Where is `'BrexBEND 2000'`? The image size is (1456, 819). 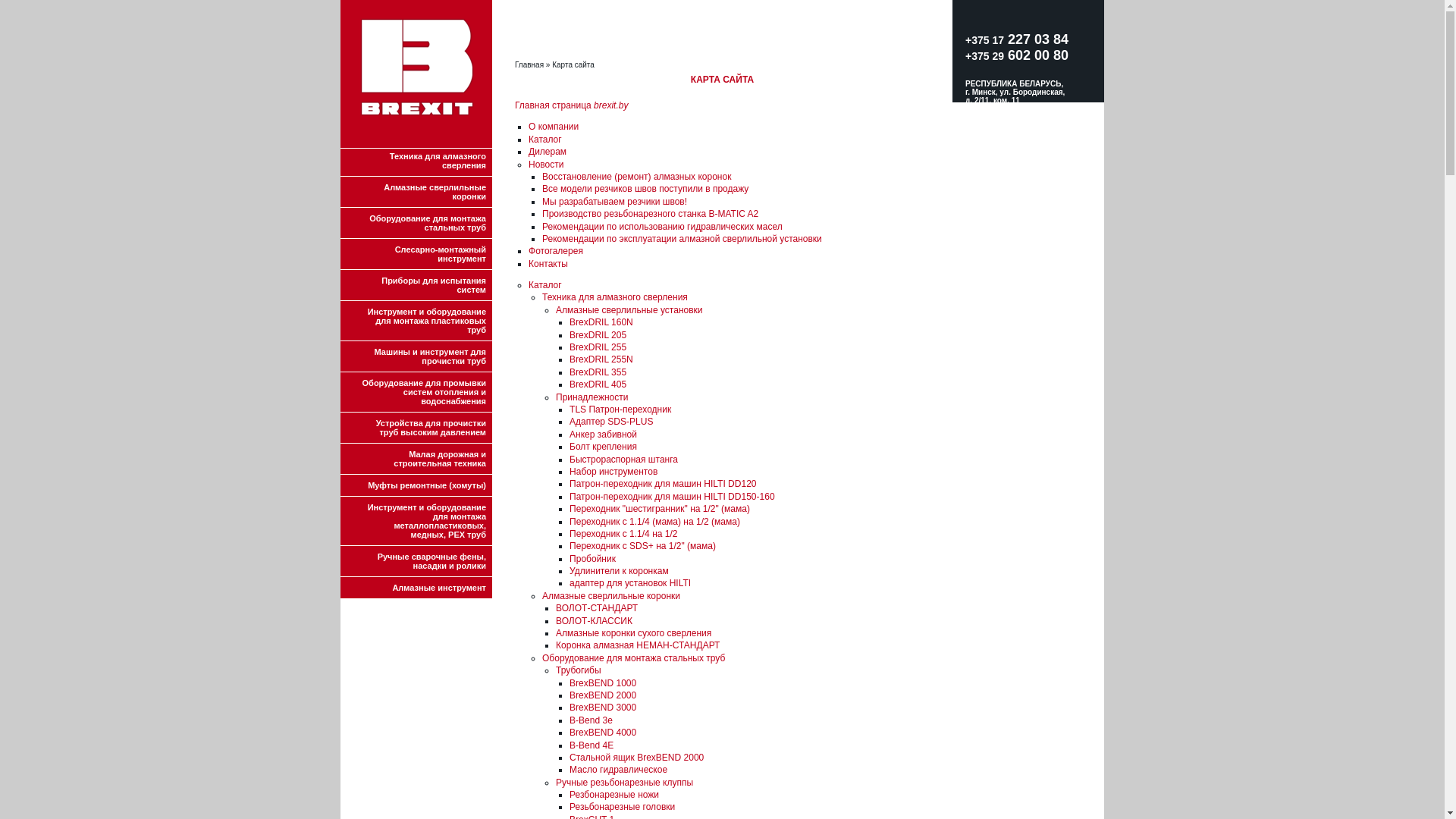
'BrexBEND 2000' is located at coordinates (602, 695).